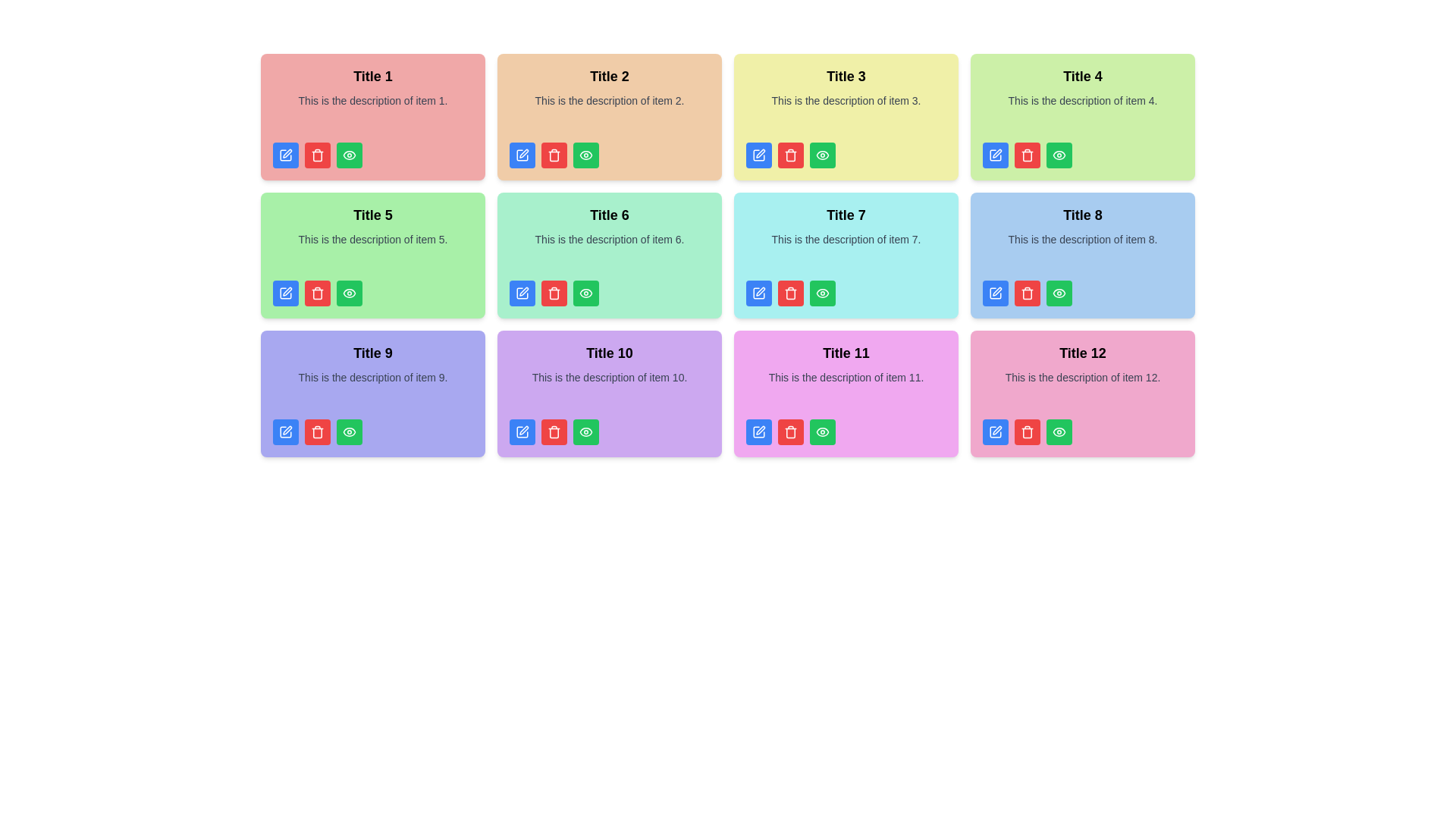 This screenshot has height=819, width=1456. Describe the element at coordinates (1082, 253) in the screenshot. I see `the red delete button located at the bottom of the individual item card in the second row, fourth column of the grid` at that location.